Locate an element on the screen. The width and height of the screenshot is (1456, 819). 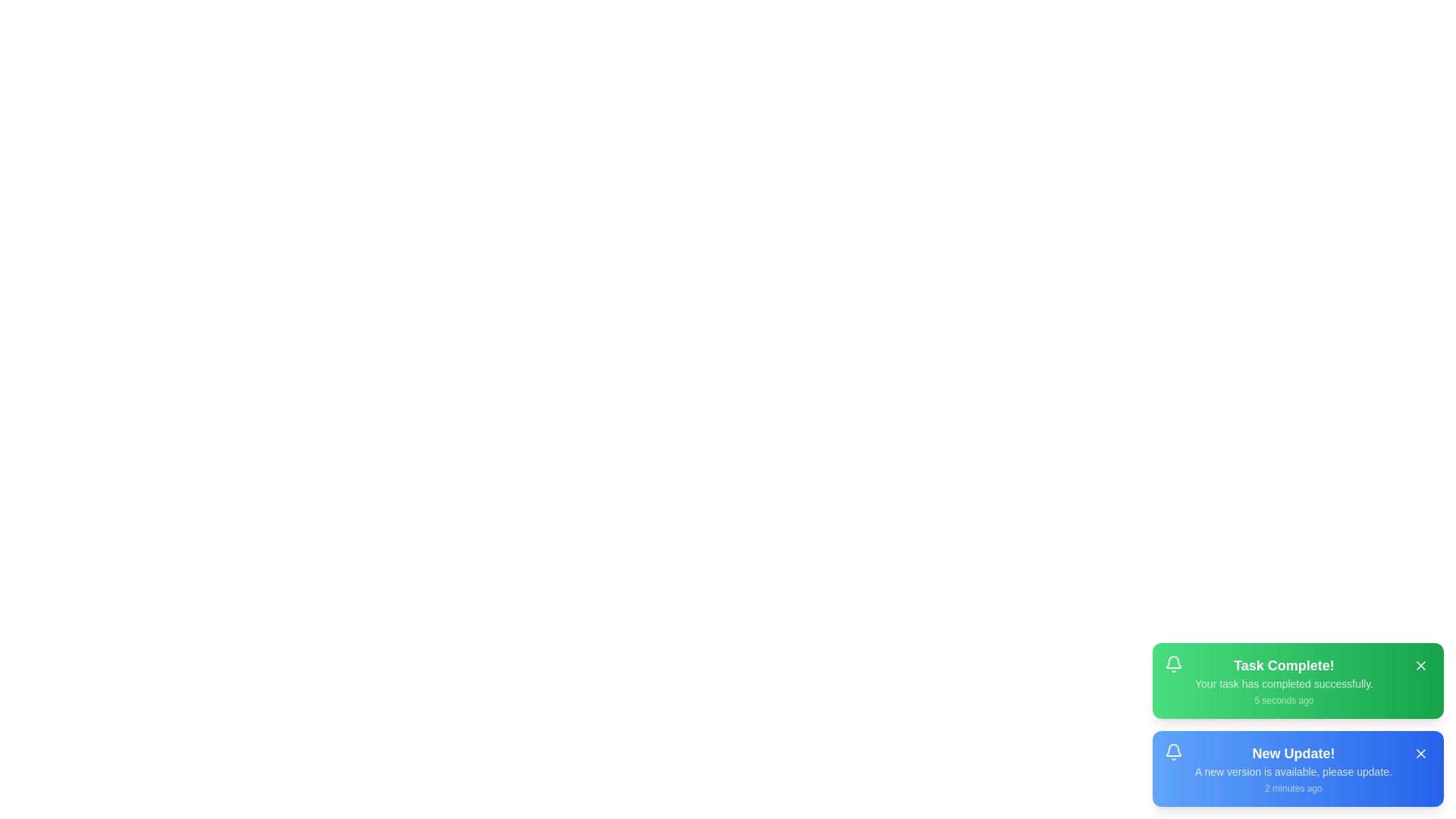
the notification icon bell for the notification Task Complete! is located at coordinates (1173, 663).